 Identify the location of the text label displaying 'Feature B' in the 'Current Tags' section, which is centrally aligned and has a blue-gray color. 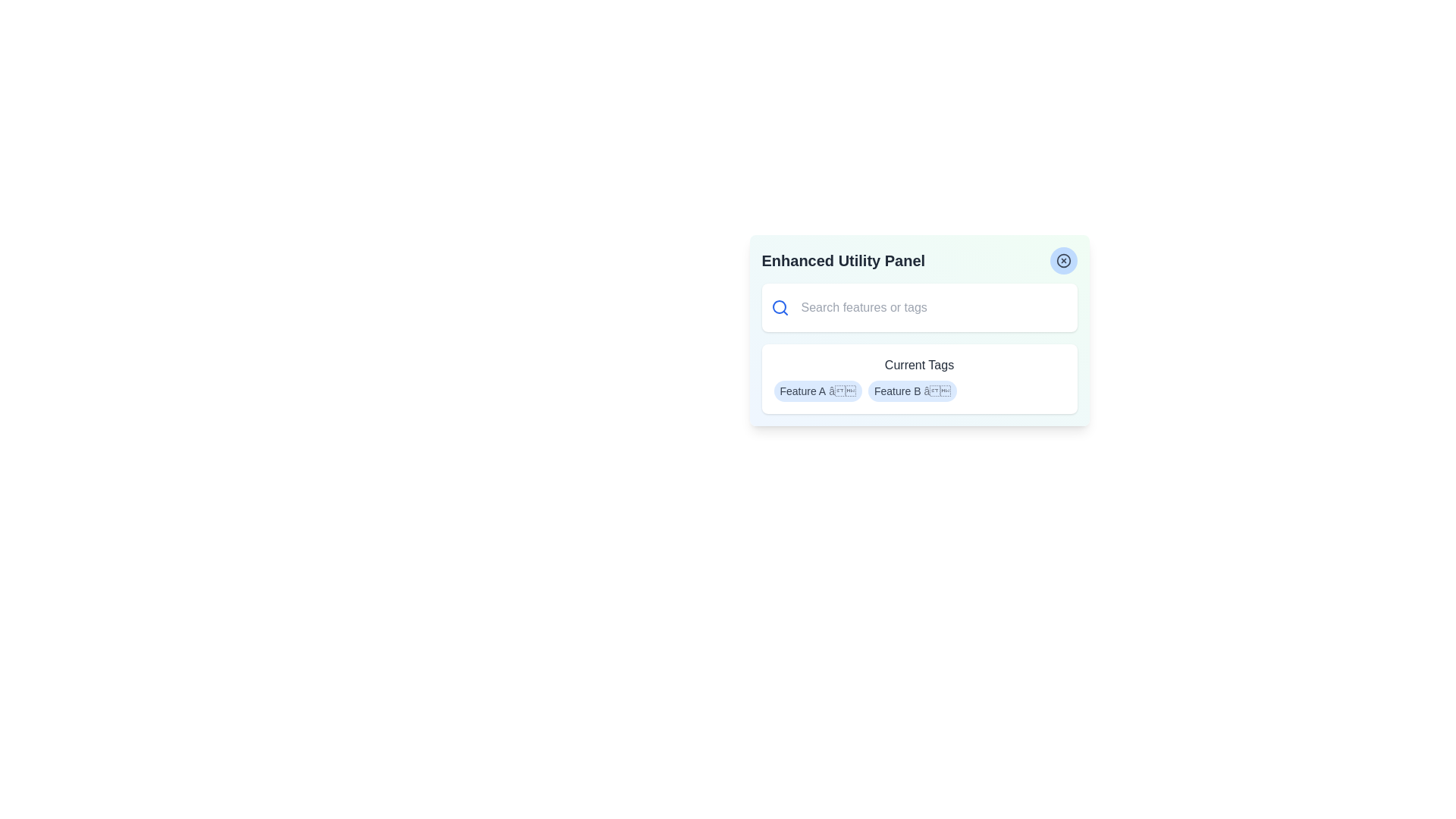
(897, 391).